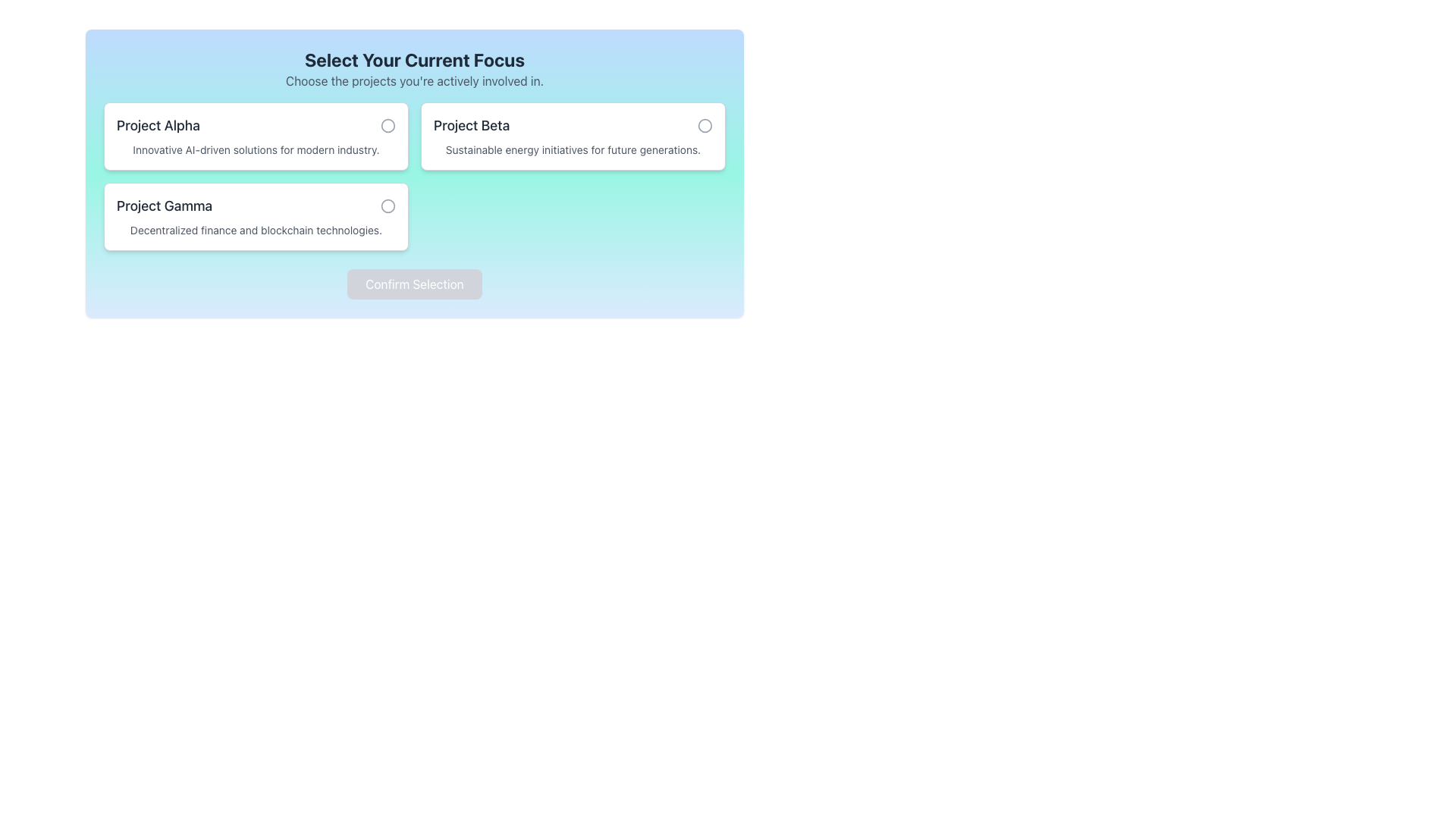 This screenshot has width=1456, height=819. What do you see at coordinates (704, 124) in the screenshot?
I see `the Selectable Marker (Circle) for the 'Project Beta' option, which is a minimalistic circle with a thin border located on the right side of the selection box` at bounding box center [704, 124].